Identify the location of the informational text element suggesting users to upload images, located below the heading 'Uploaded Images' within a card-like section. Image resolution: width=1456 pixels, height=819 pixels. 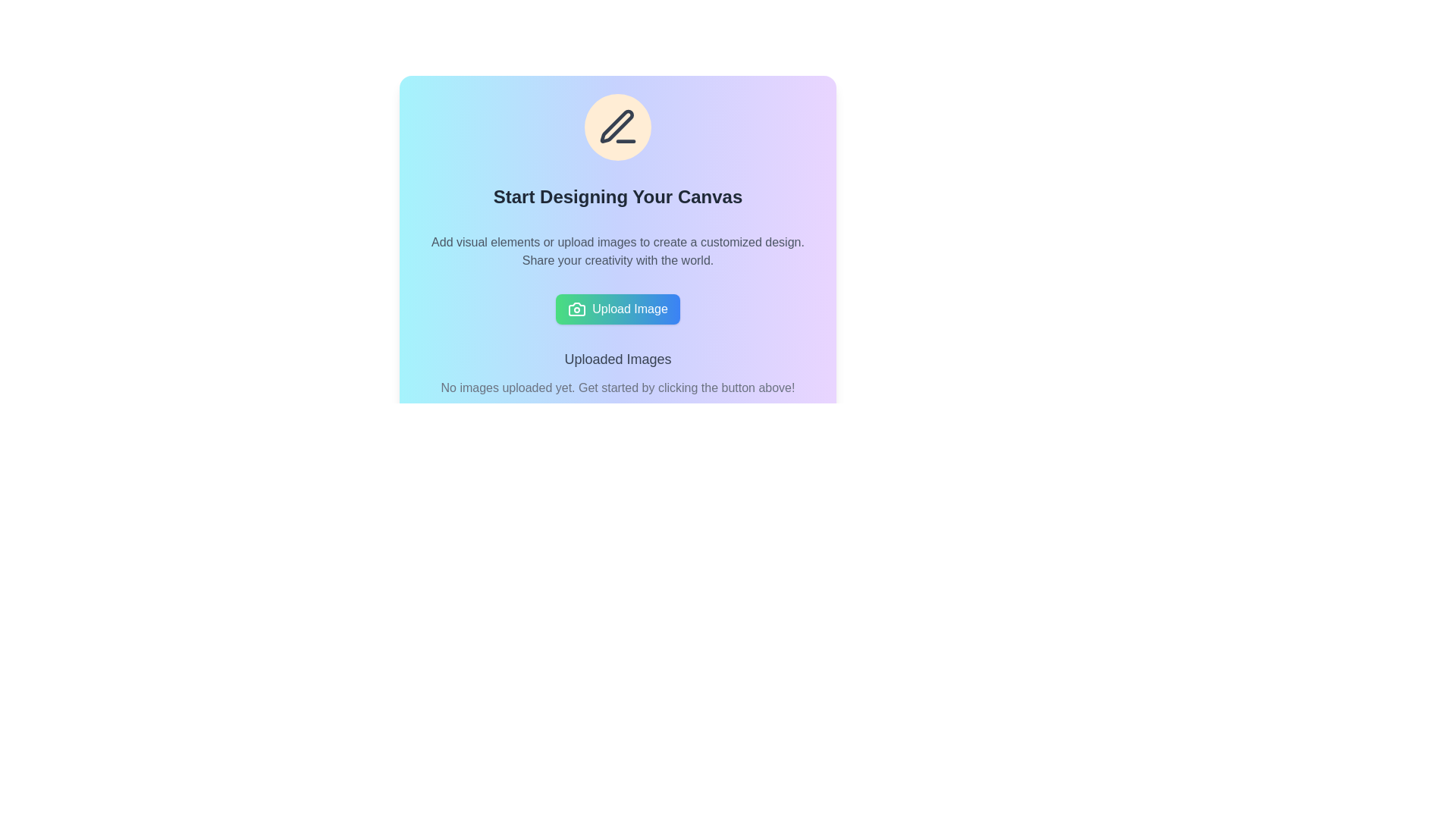
(618, 388).